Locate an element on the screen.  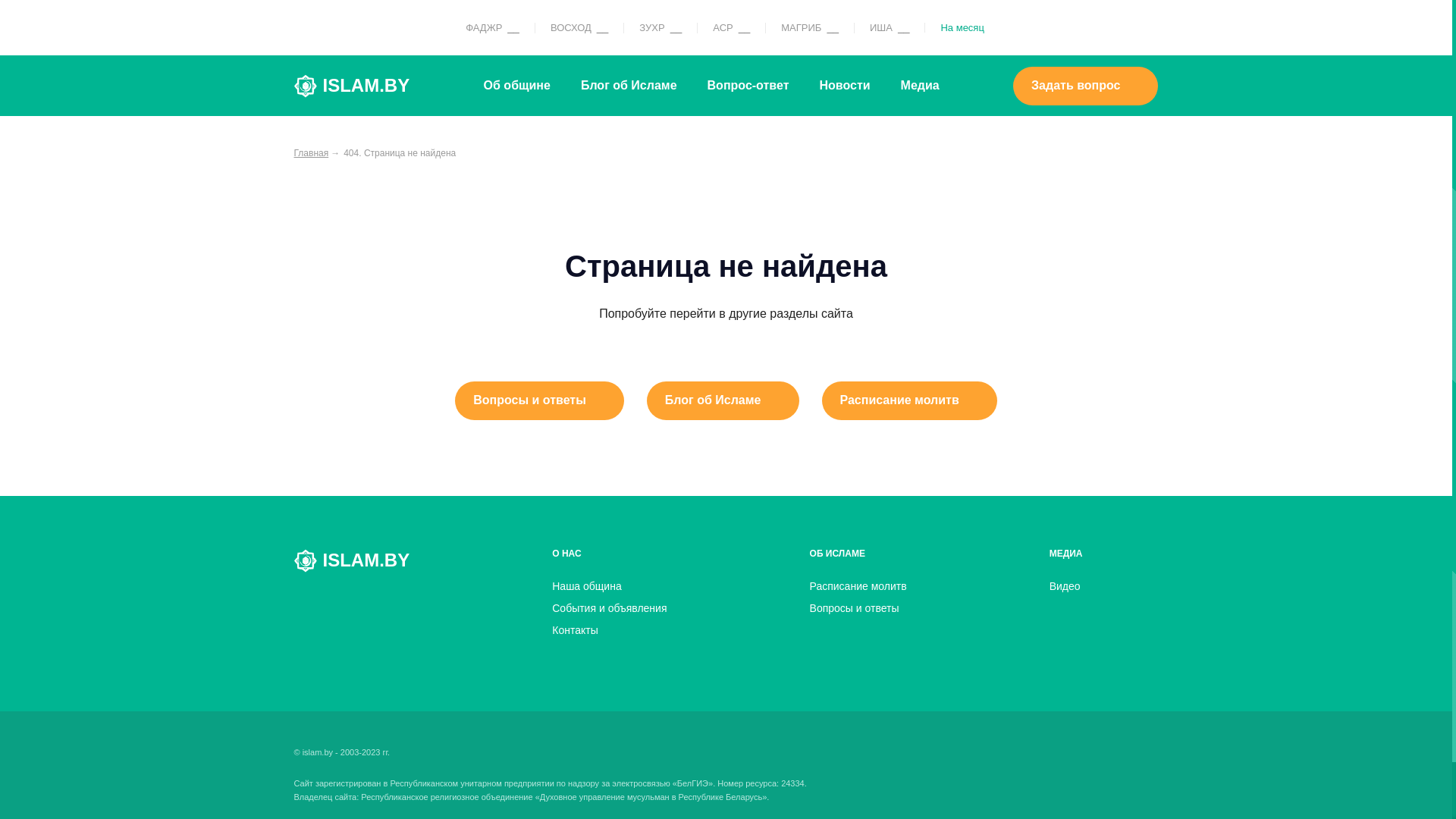
'ISLAM.BY' is located at coordinates (351, 560).